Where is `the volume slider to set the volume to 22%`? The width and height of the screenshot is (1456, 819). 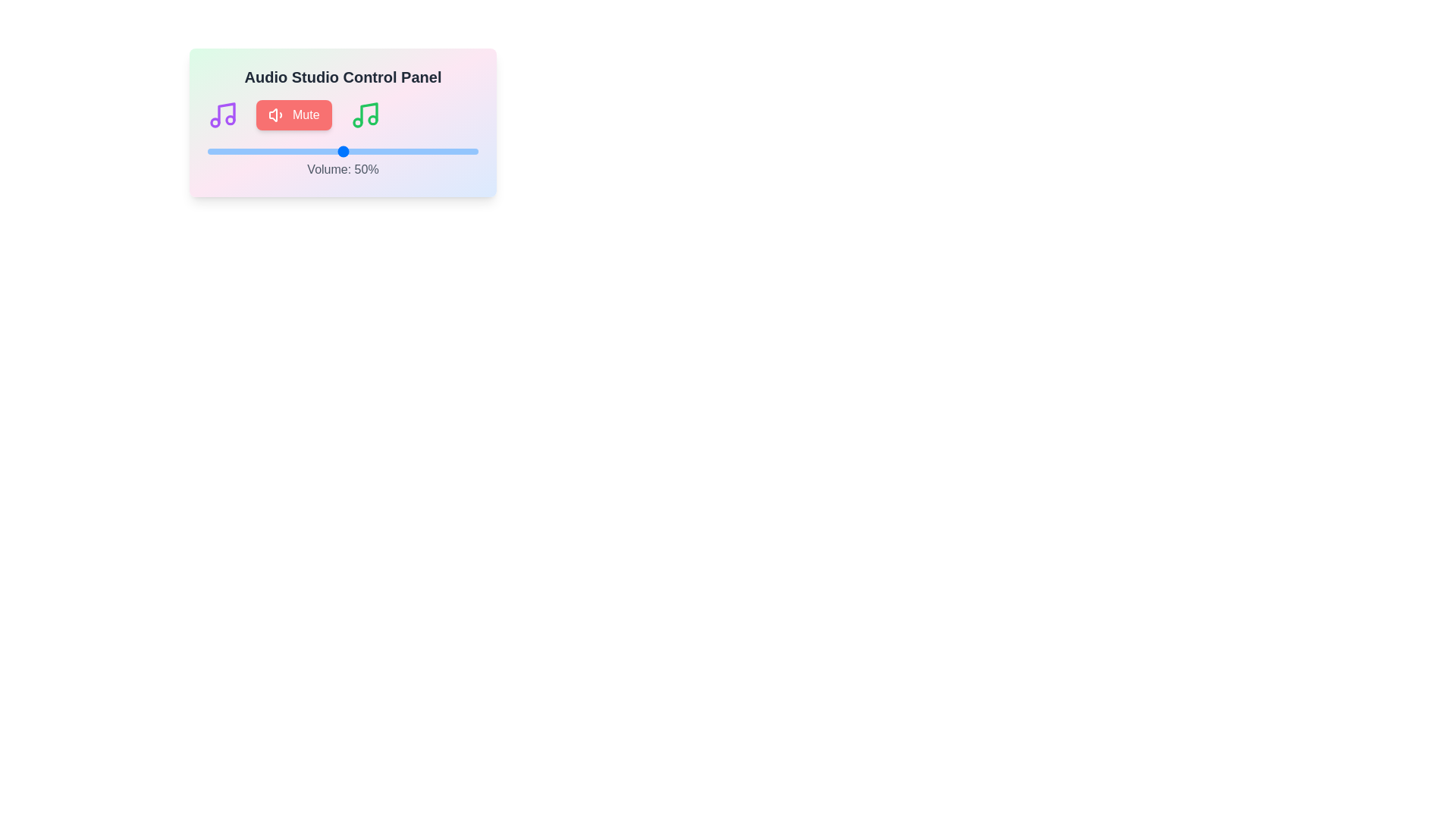 the volume slider to set the volume to 22% is located at coordinates (267, 152).